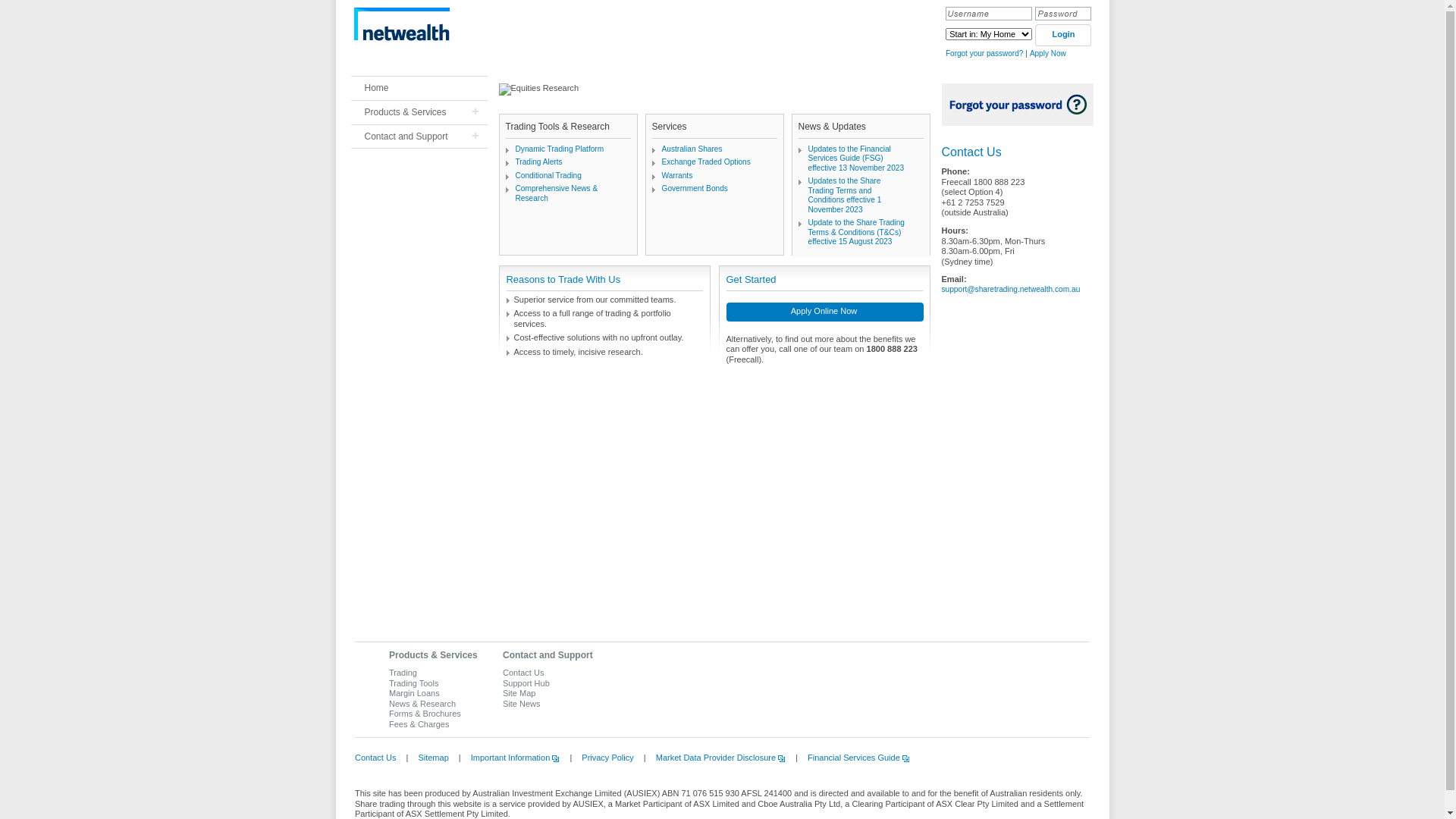  Describe the element at coordinates (661, 162) in the screenshot. I see `'Exchange Traded Options'` at that location.